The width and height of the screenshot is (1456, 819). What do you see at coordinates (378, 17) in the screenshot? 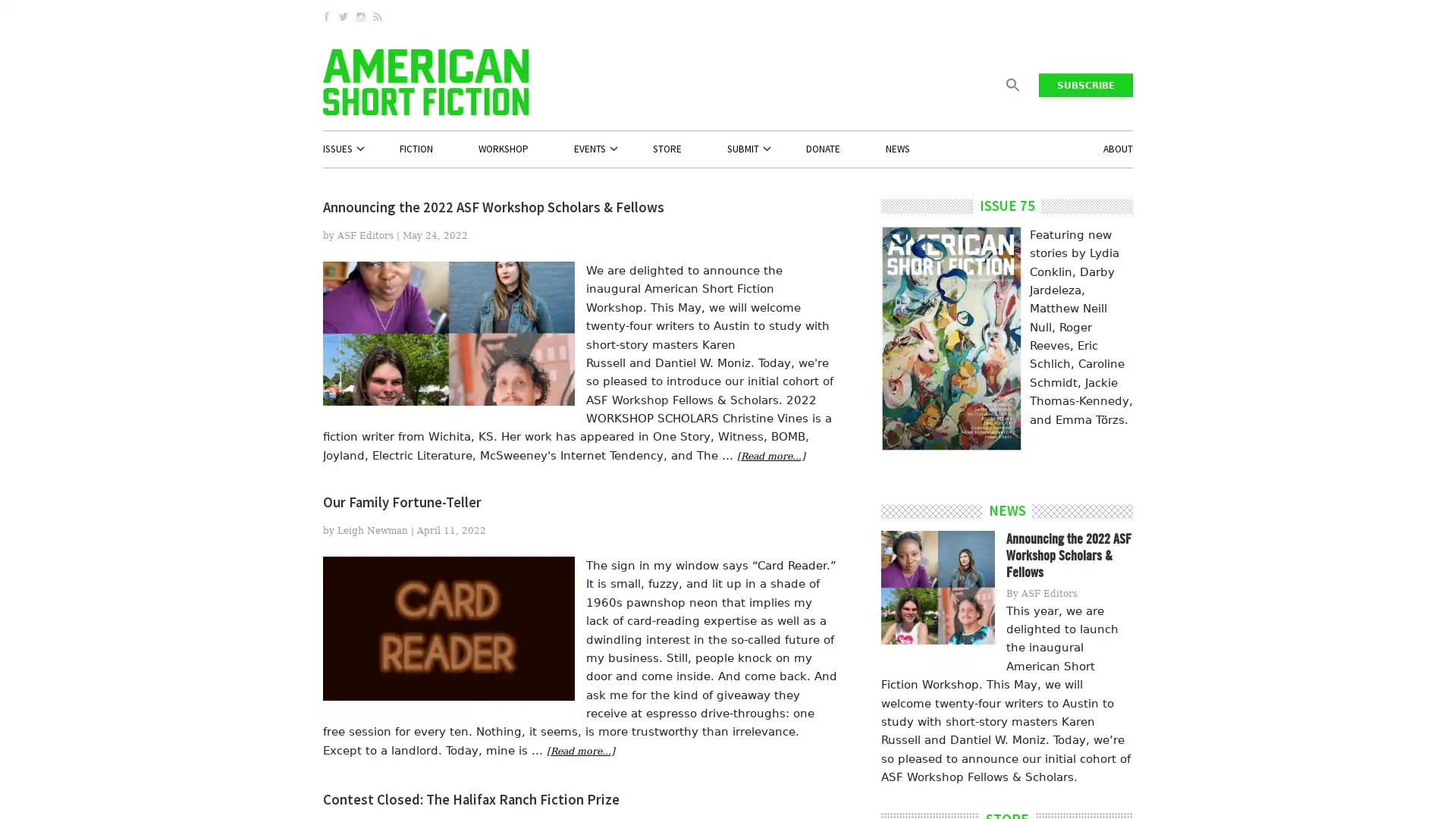
I see `rss` at bounding box center [378, 17].